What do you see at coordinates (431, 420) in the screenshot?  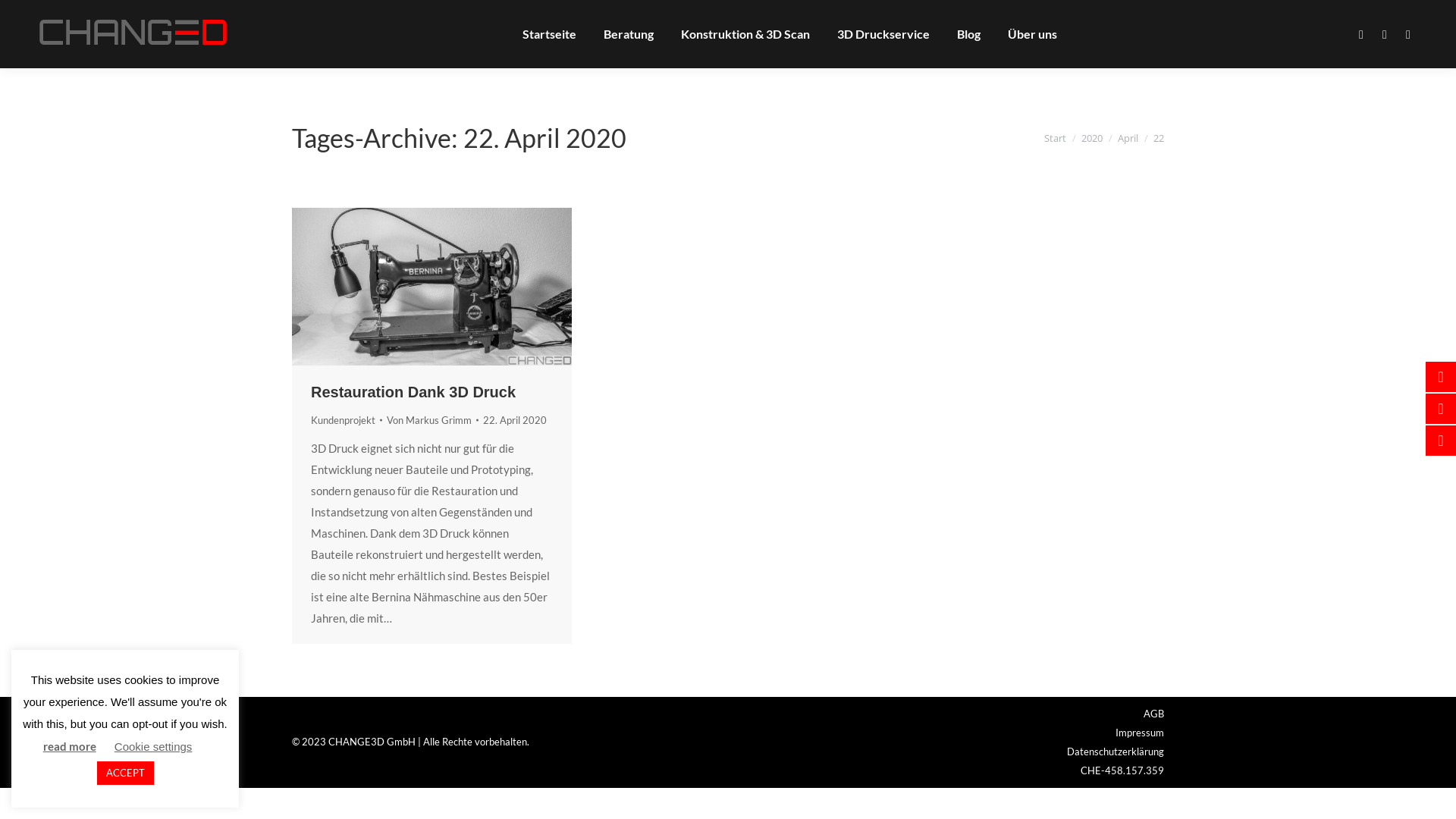 I see `'Von Markus Grimm'` at bounding box center [431, 420].